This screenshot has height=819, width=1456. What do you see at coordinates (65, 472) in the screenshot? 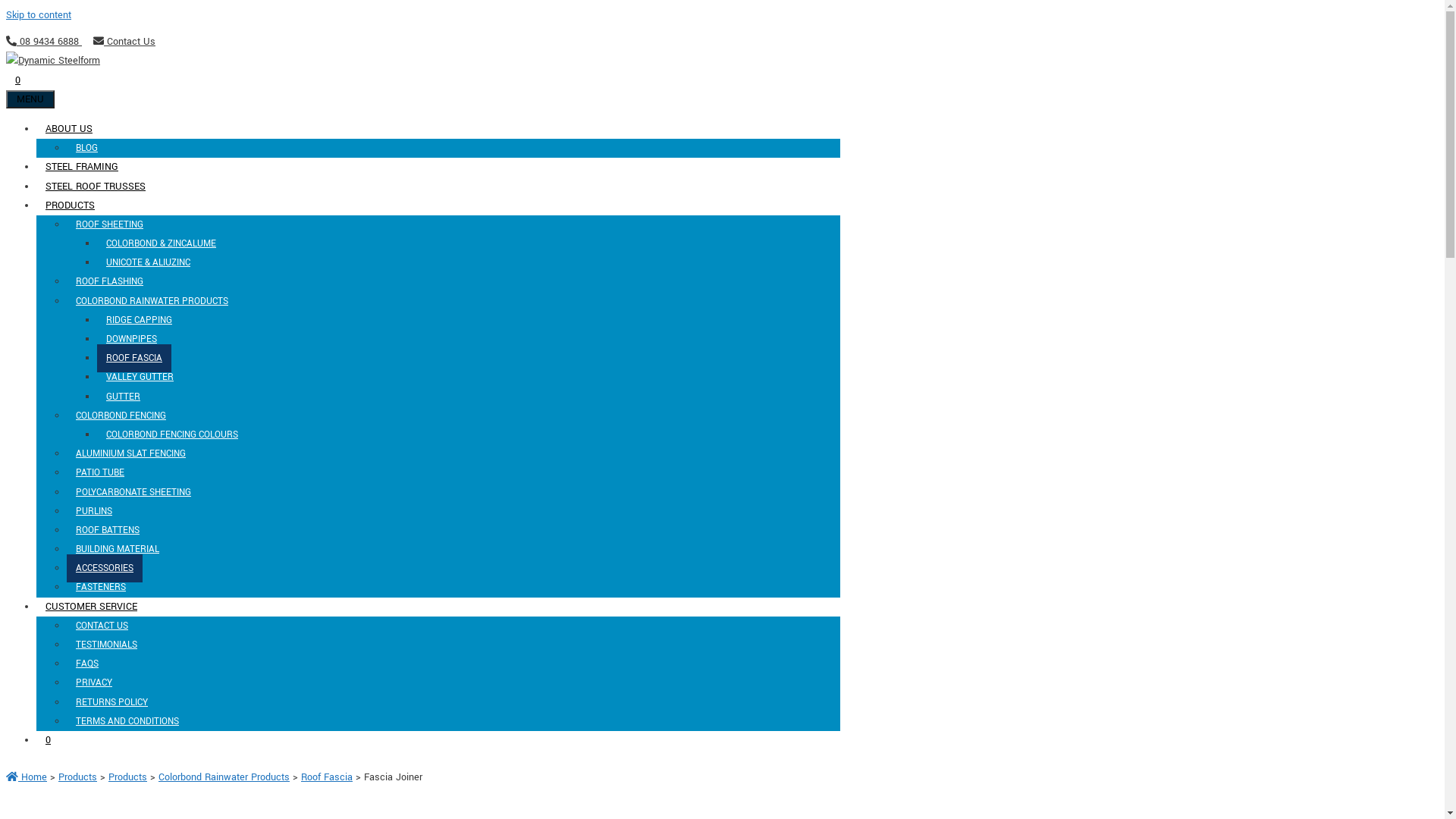
I see `'PATIO TUBE'` at bounding box center [65, 472].